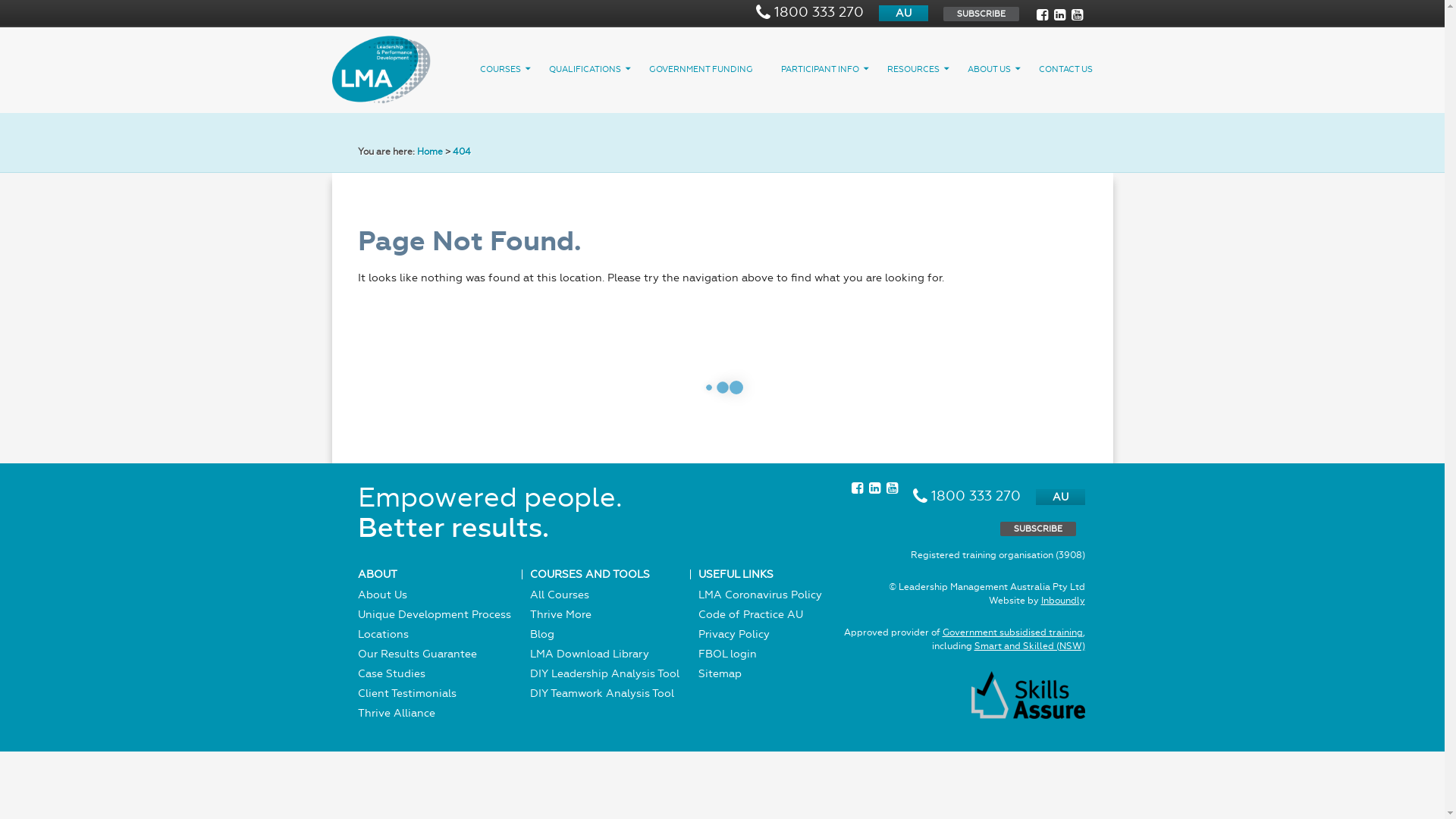 The height and width of the screenshot is (819, 1456). What do you see at coordinates (1012, 632) in the screenshot?
I see `'Government subsidised training'` at bounding box center [1012, 632].